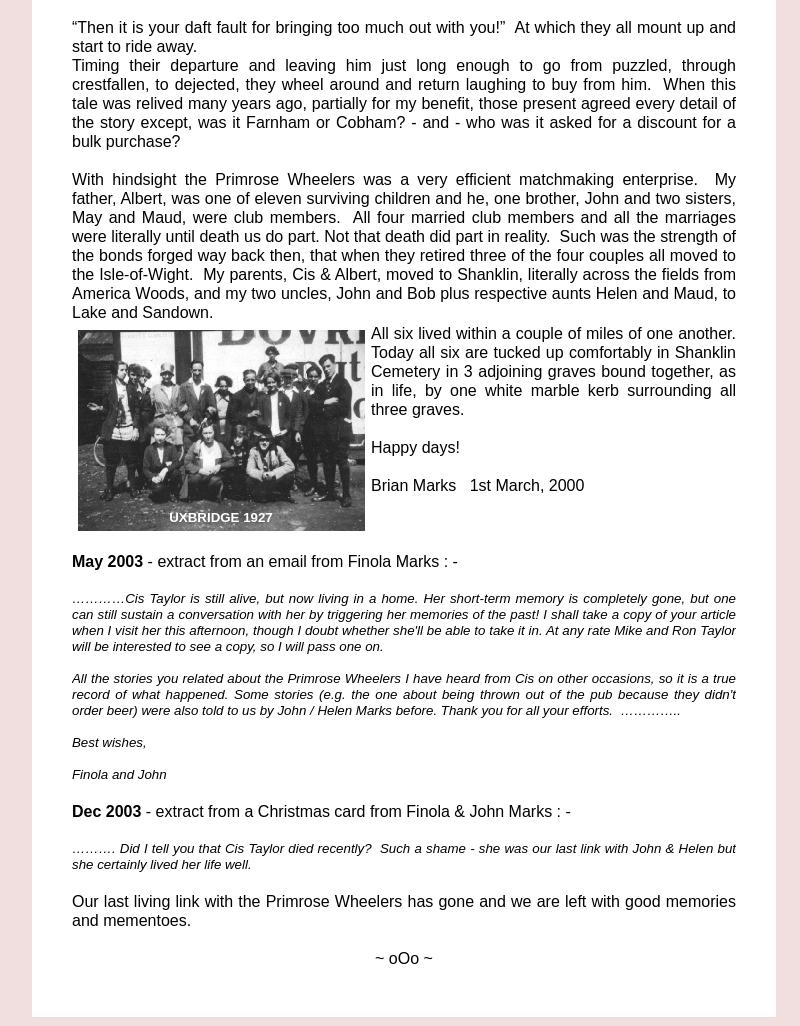 This screenshot has height=1026, width=800. I want to click on 'she was our last link with John & Helen but she certainly lived her life well.', so click(404, 856).